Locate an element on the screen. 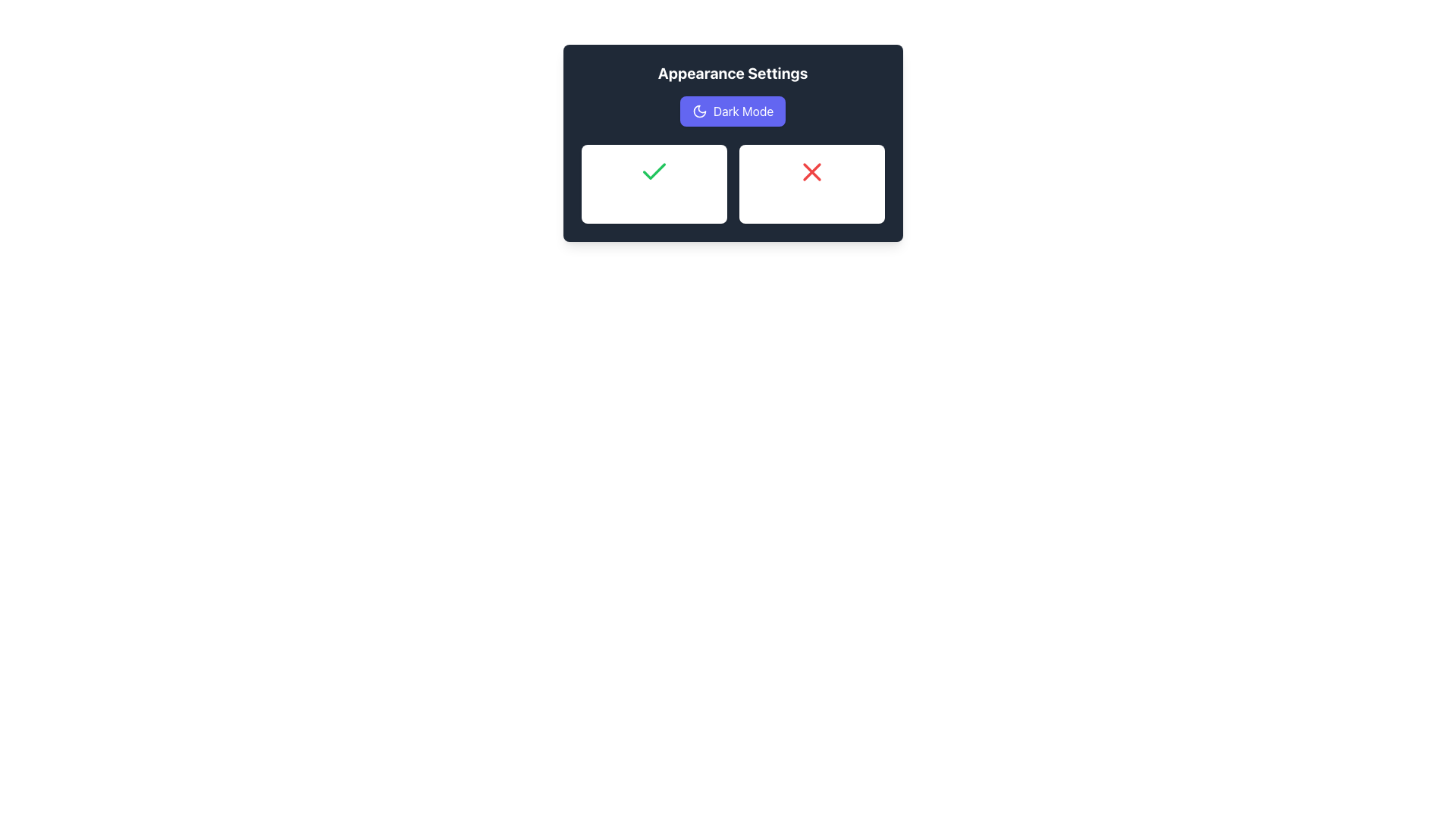 The image size is (1456, 819). the first icon indicating confirmation or an enabled state, which is positioned above the text 'Option Enabled' is located at coordinates (654, 171).